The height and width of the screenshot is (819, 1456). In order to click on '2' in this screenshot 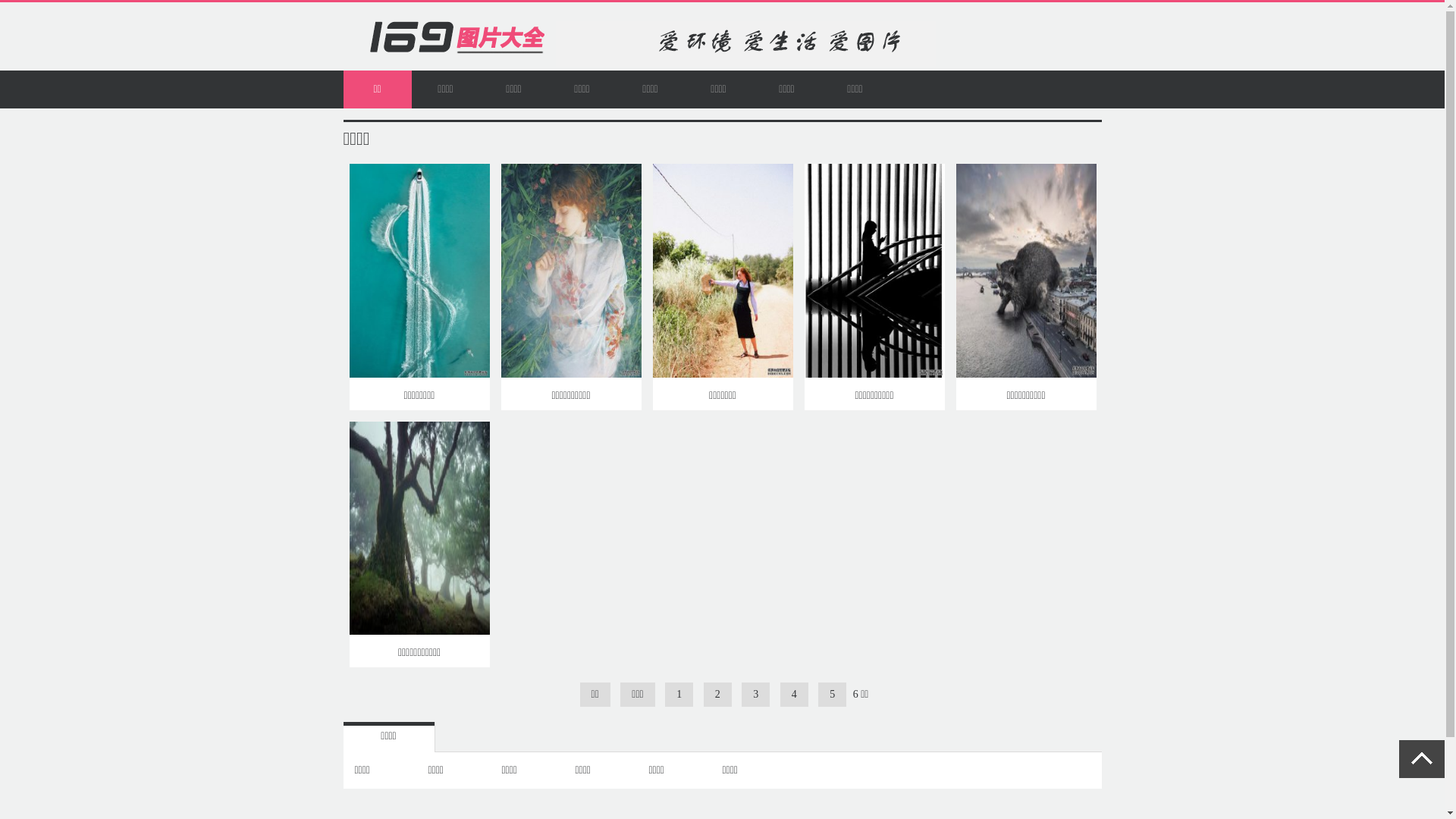, I will do `click(717, 694)`.